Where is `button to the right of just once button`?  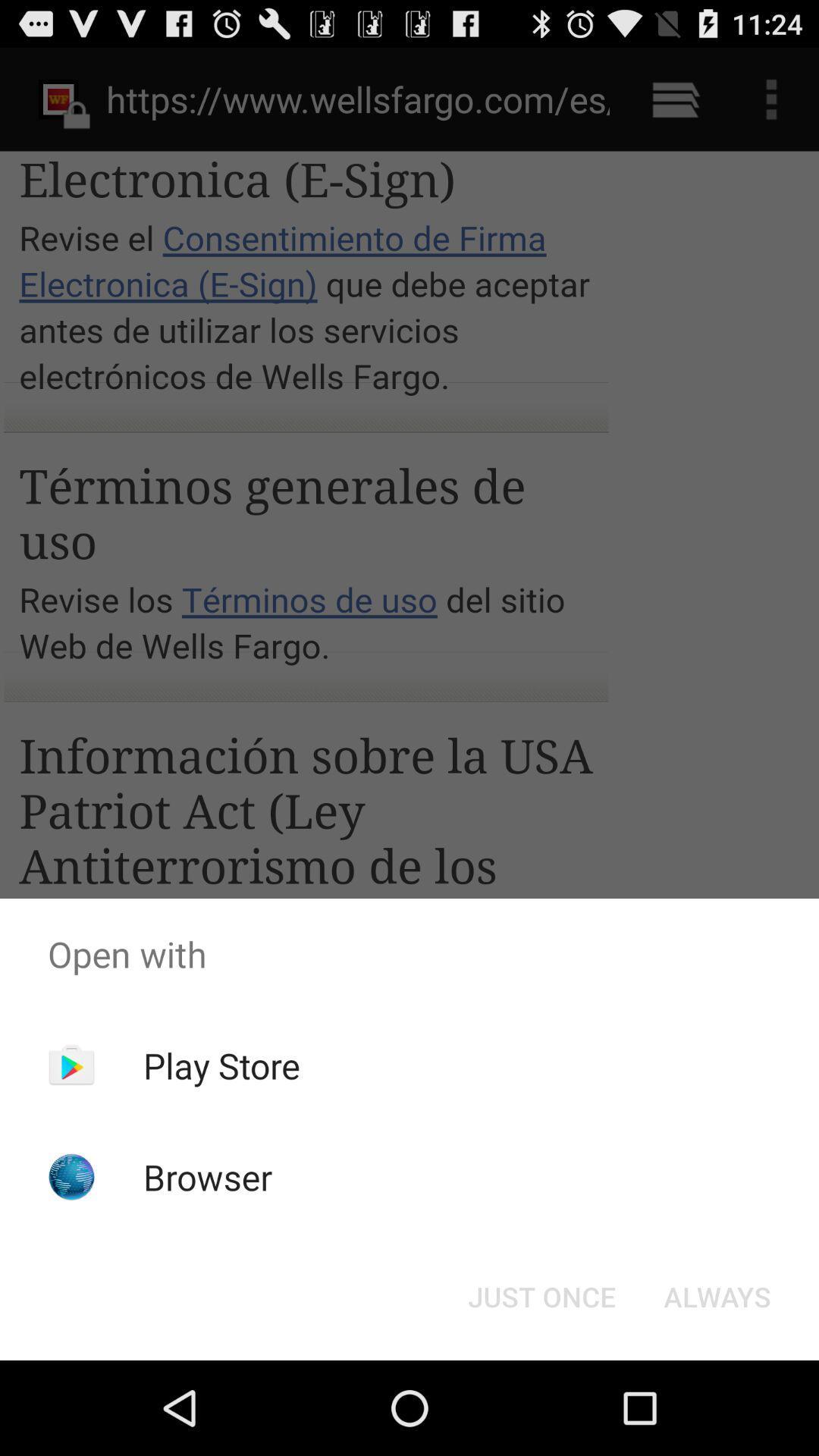 button to the right of just once button is located at coordinates (717, 1295).